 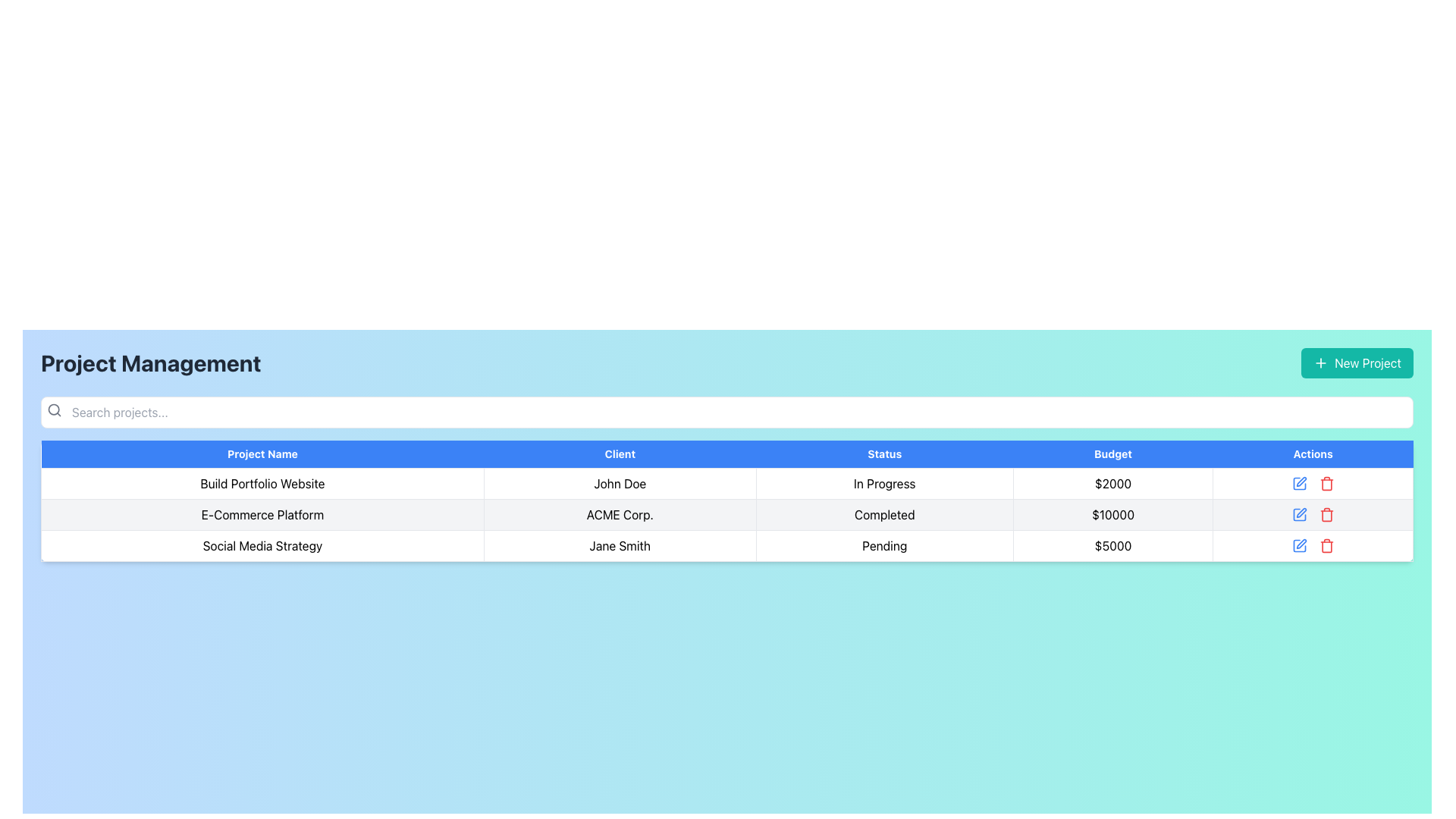 I want to click on the 'Budget' text label, which is a rectangular element with a blue background and white text, located in the fourth column of the header row in a 'Project Management' interface, so click(x=1113, y=453).